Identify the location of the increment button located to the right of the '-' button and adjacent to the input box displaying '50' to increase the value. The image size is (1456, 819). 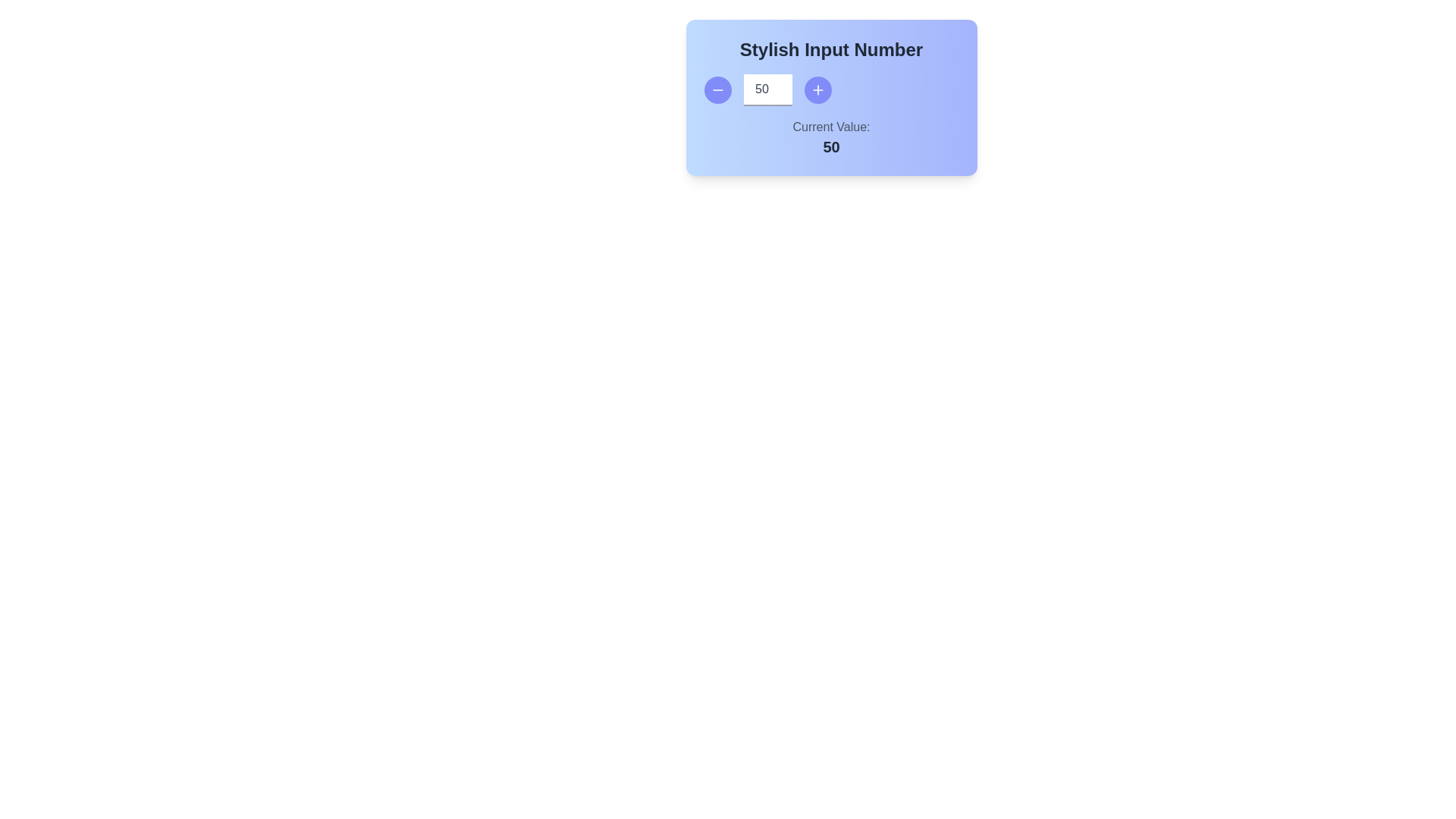
(830, 90).